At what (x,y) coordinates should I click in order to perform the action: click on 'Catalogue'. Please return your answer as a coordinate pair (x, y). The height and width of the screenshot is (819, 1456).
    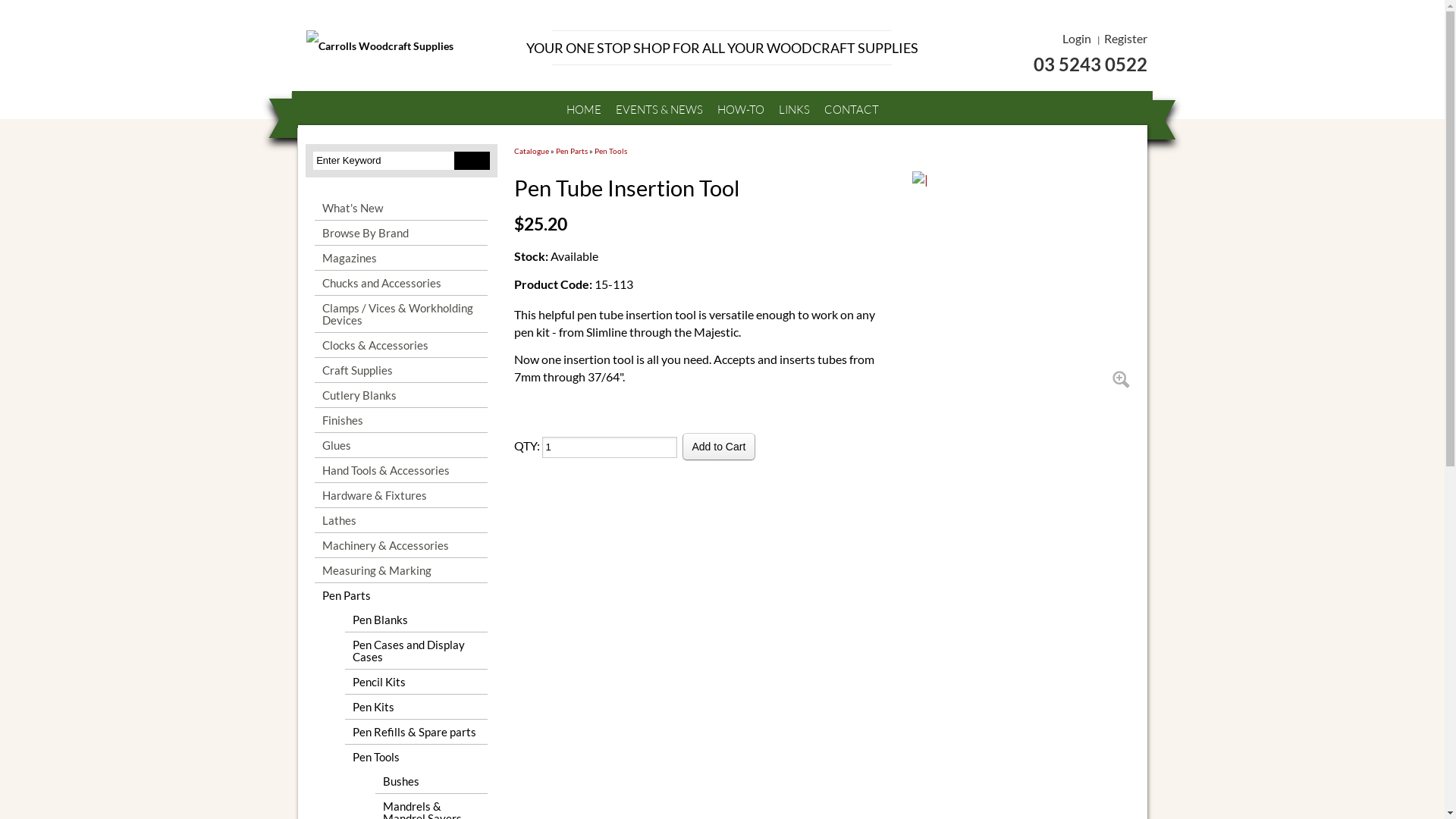
    Looking at the image, I should click on (531, 151).